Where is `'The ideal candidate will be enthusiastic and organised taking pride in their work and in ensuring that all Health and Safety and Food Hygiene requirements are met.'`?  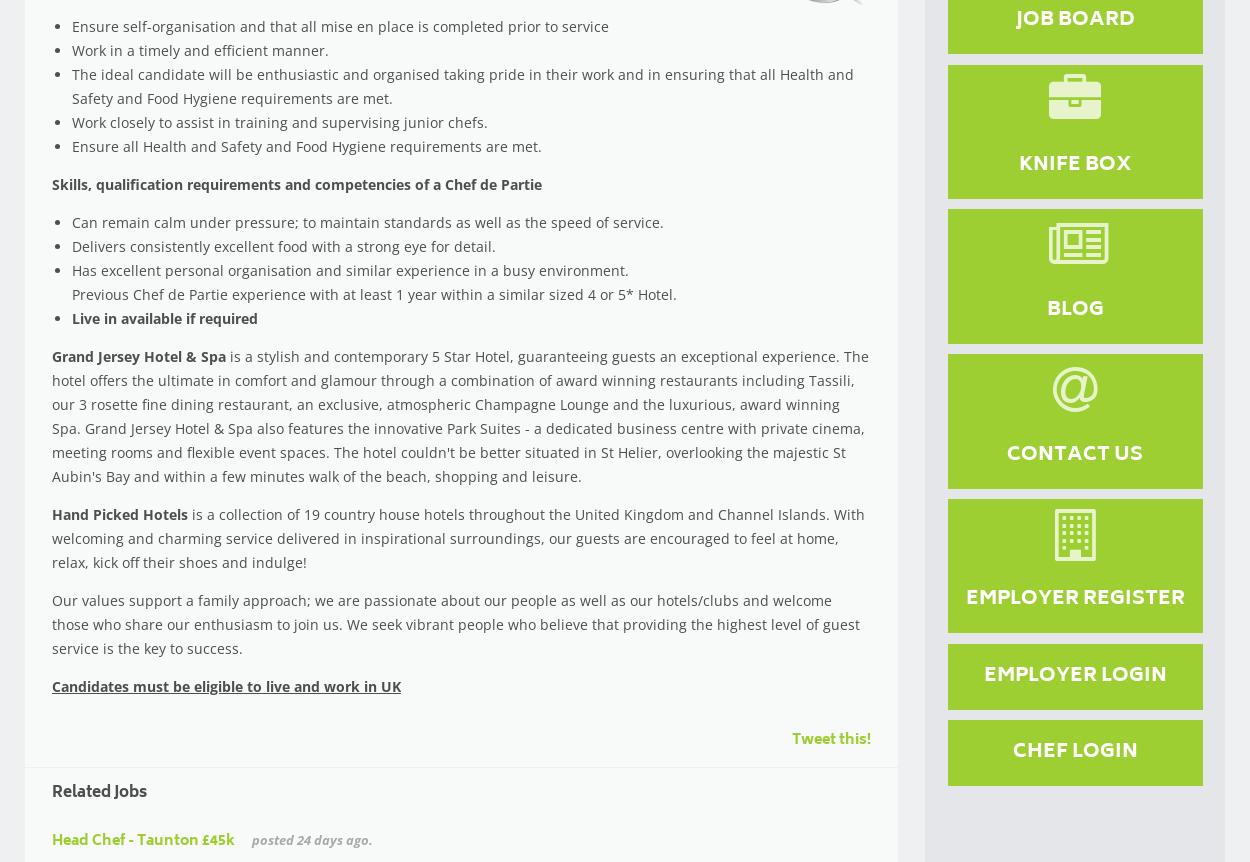
'The ideal candidate will be enthusiastic and organised taking pride in their work and in ensuring that all Health and Safety and Food Hygiene requirements are met.' is located at coordinates (71, 85).